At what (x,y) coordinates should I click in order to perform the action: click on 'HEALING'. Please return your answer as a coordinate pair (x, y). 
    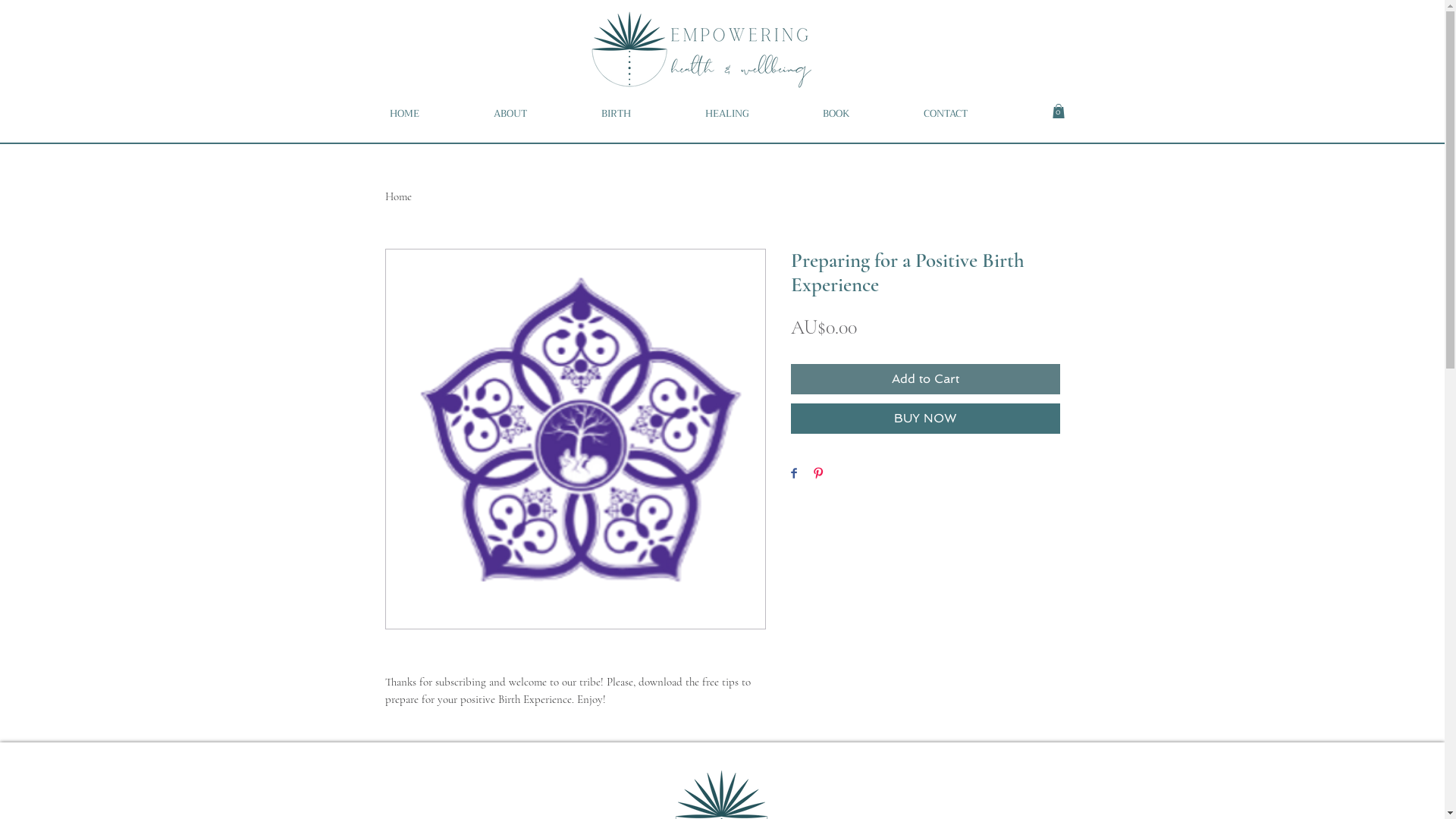
    Looking at the image, I should click on (752, 113).